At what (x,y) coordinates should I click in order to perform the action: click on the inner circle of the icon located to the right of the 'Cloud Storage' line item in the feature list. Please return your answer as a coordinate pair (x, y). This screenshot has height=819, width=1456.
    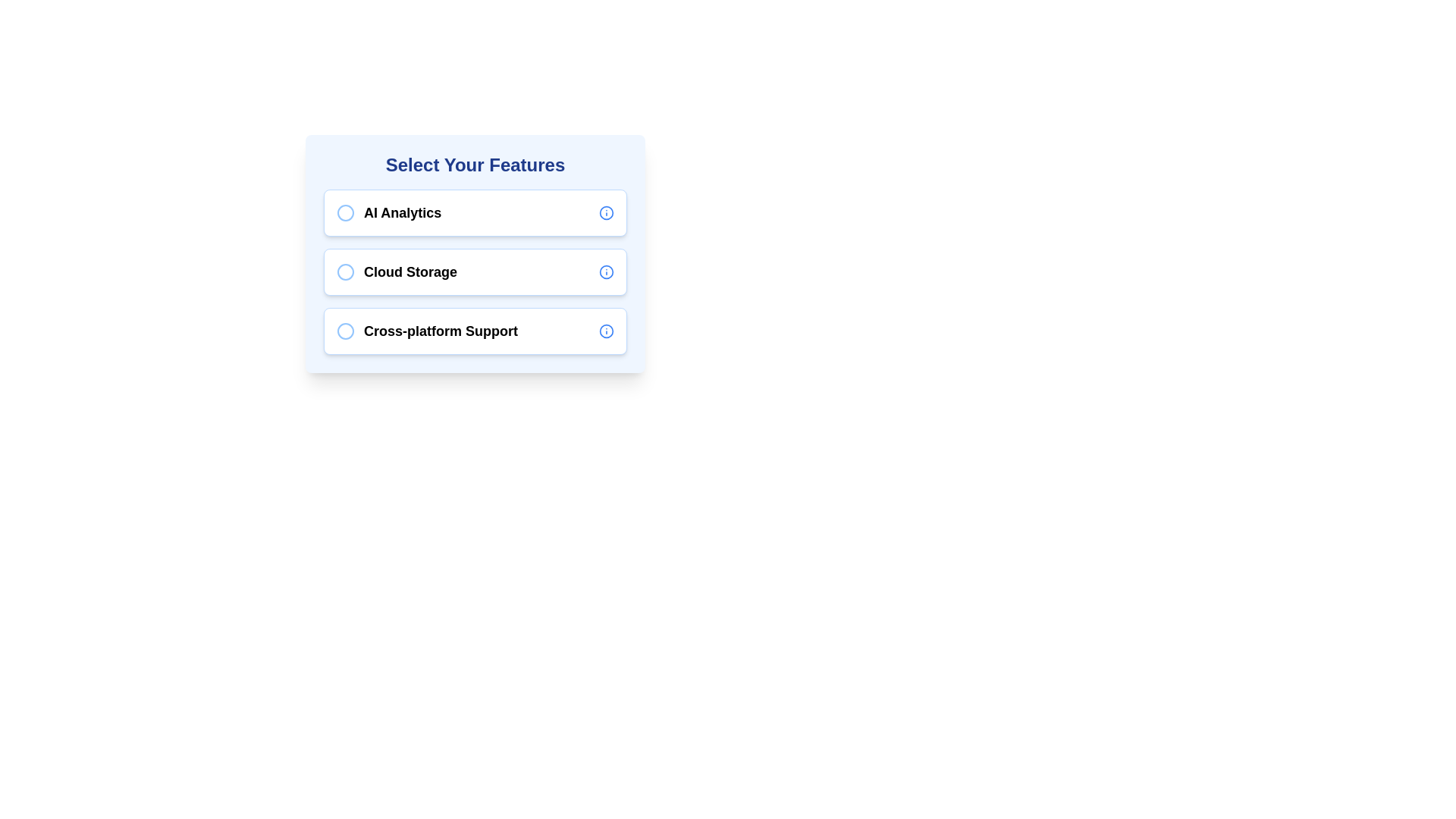
    Looking at the image, I should click on (607, 271).